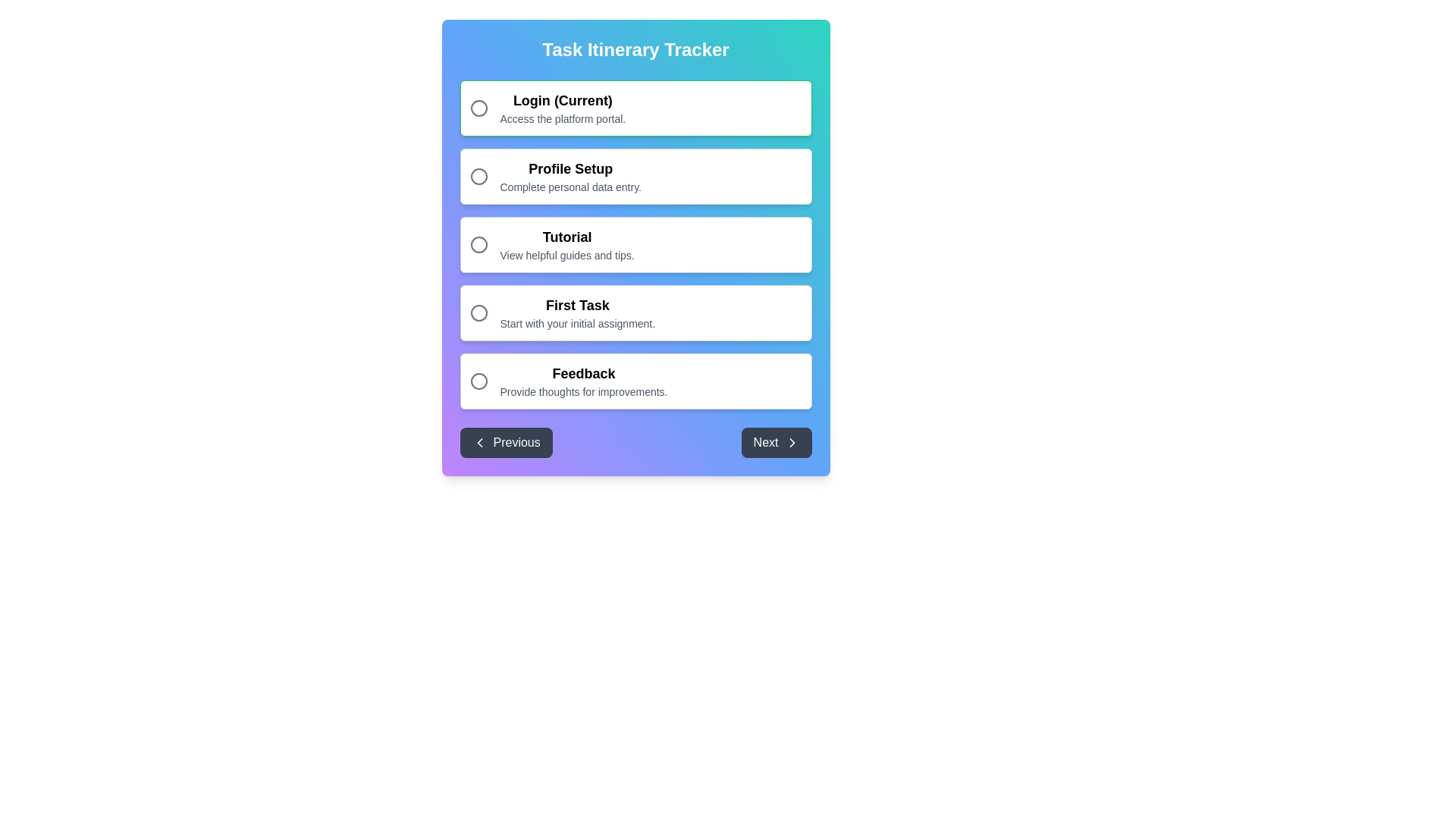 Image resolution: width=1456 pixels, height=819 pixels. I want to click on the guidance text label located below the 'Feedback' header in the 'Task Itinerary Tracker' section, so click(582, 391).